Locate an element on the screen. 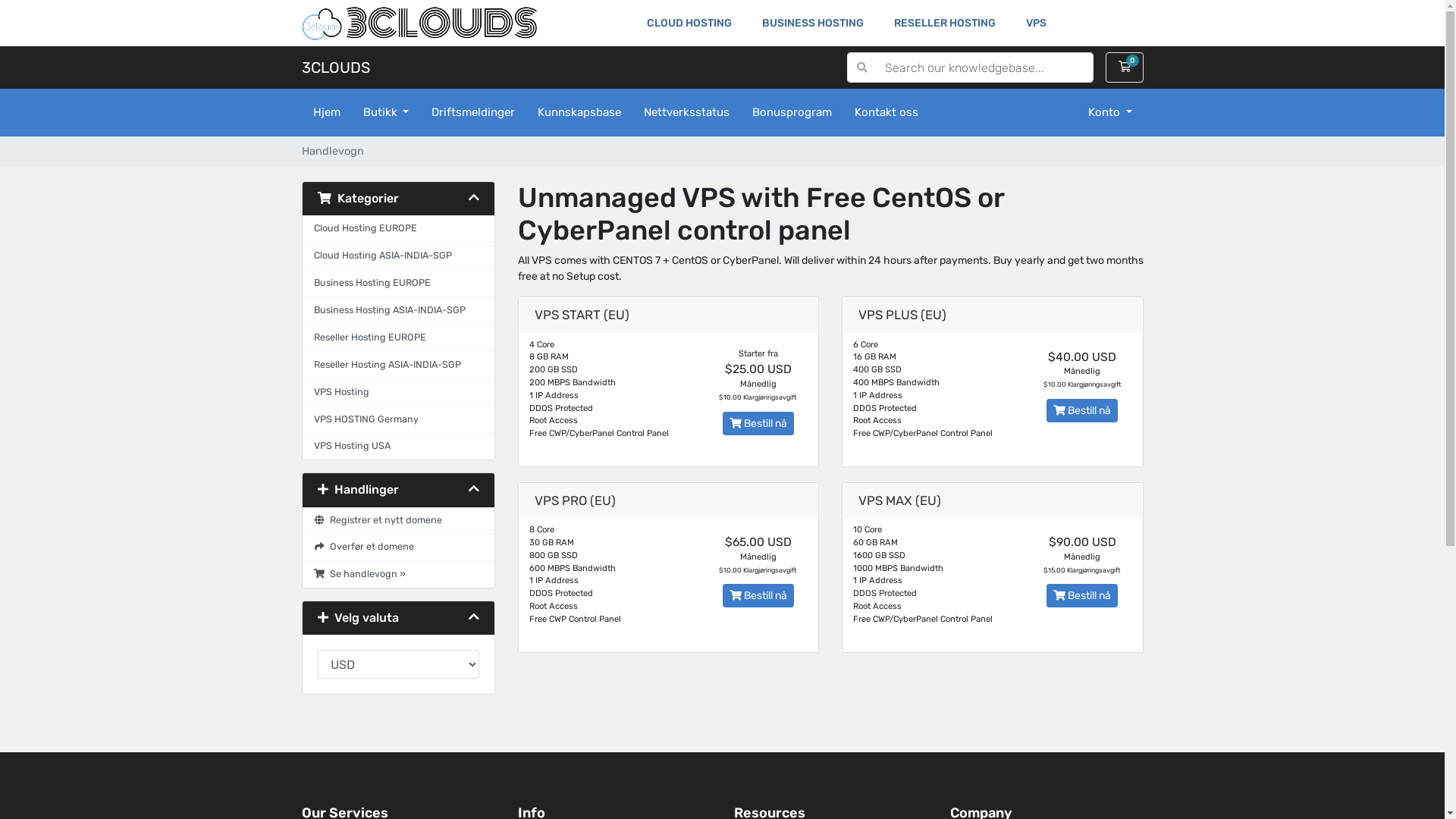 This screenshot has height=819, width=1456. '3CLOUDS' is located at coordinates (334, 66).